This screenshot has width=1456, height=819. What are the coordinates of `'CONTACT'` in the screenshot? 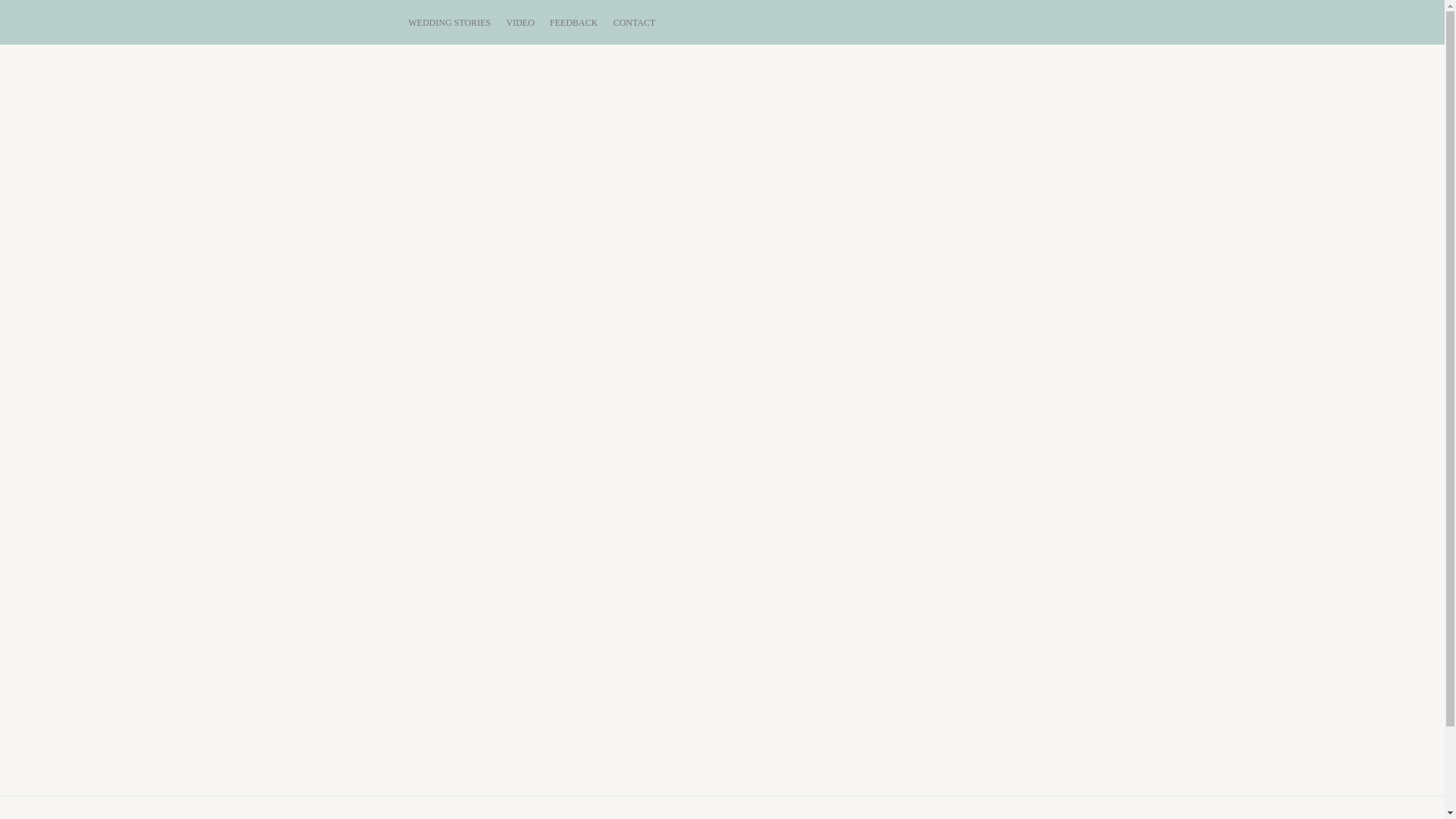 It's located at (634, 23).